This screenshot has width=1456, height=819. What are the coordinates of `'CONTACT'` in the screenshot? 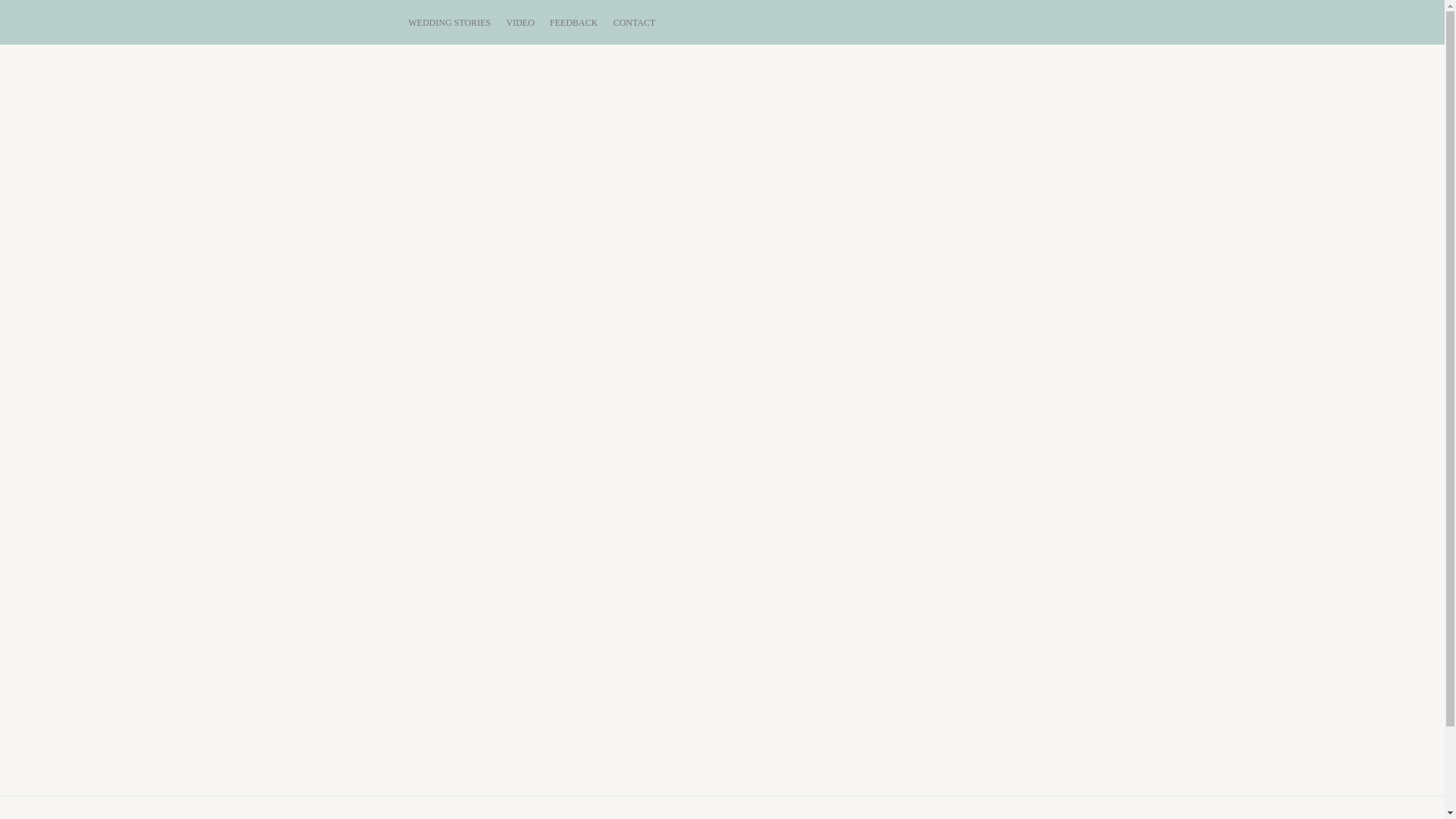 It's located at (634, 23).